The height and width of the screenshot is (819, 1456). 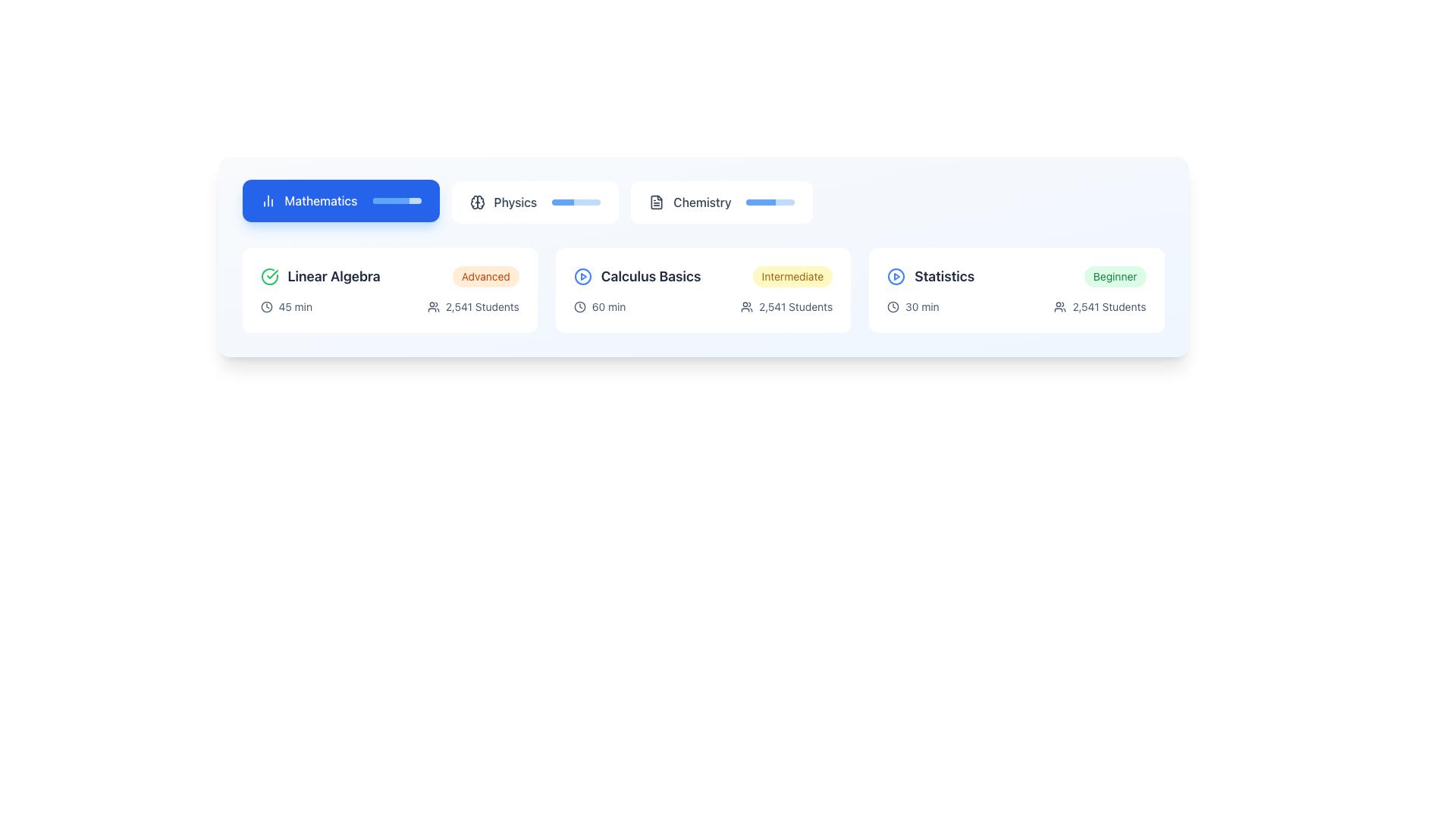 I want to click on the 'Chemistry' button, which is a rectangular interactive button with the text 'Chemistry' and an icon of a document to the left, to trigger style changes, so click(x=721, y=201).